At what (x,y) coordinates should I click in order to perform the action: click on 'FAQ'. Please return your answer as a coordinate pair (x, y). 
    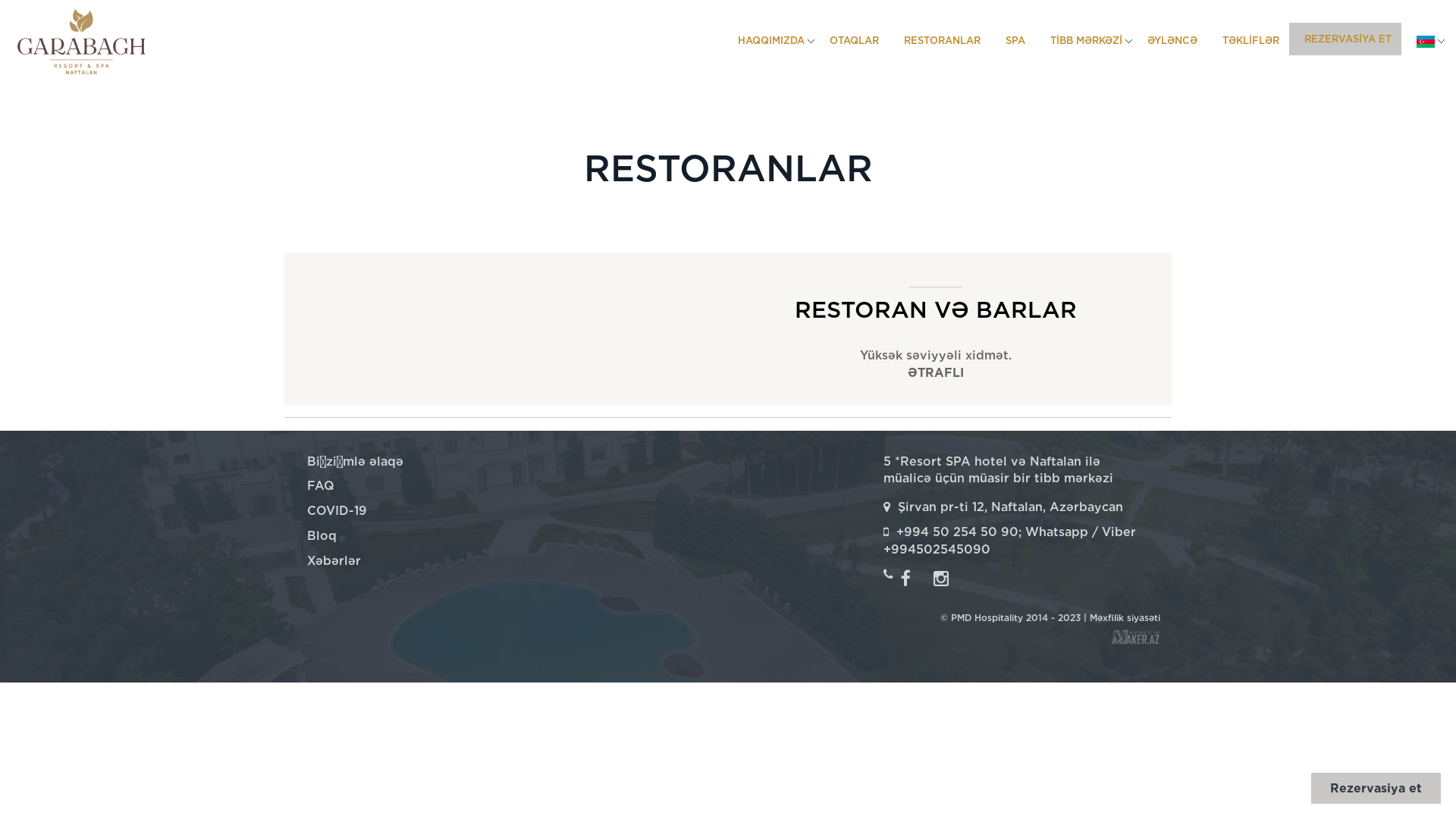
    Looking at the image, I should click on (306, 485).